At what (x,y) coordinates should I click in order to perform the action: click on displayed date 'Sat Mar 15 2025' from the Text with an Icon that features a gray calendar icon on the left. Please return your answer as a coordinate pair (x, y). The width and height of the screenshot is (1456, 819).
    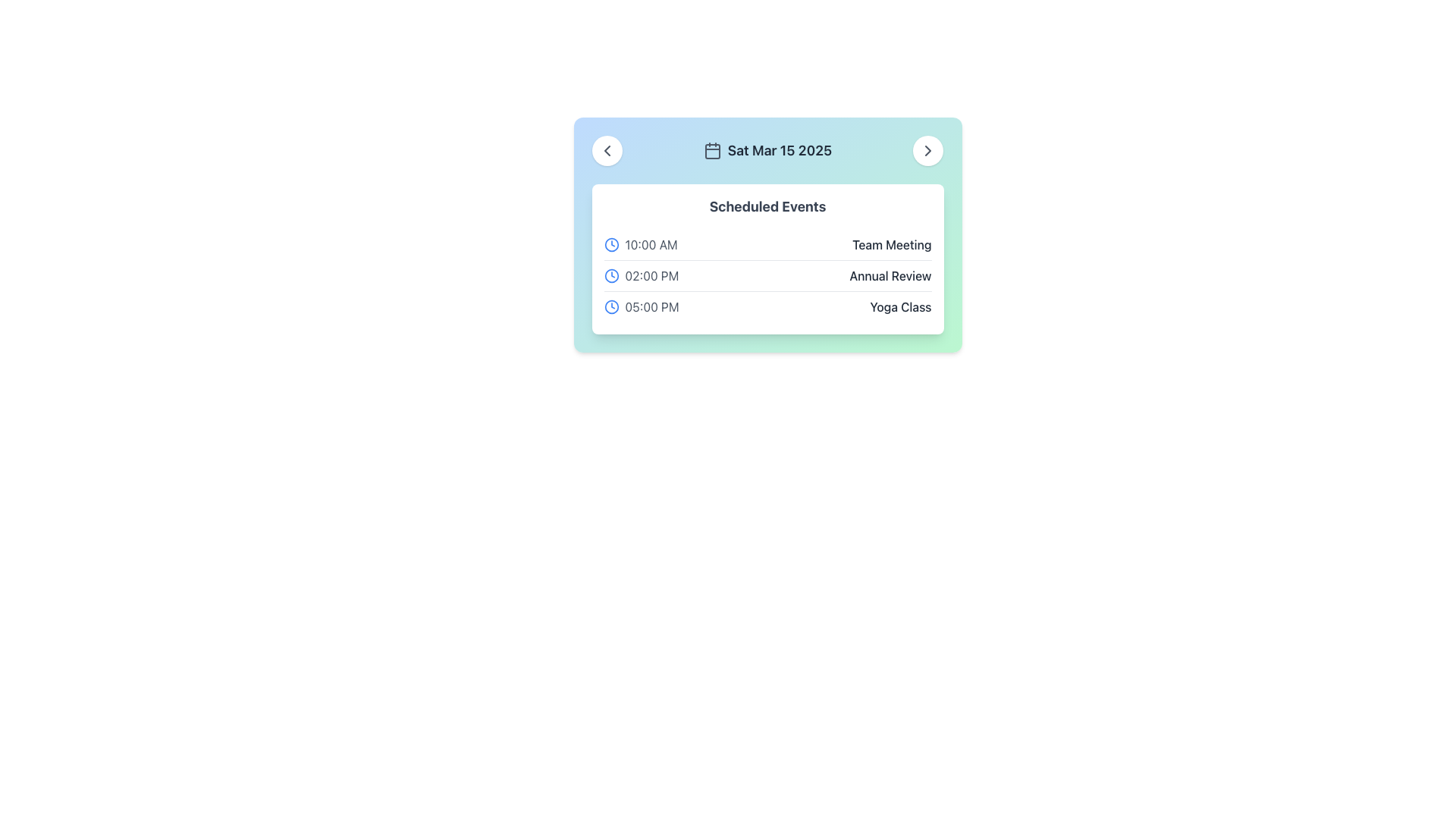
    Looking at the image, I should click on (767, 151).